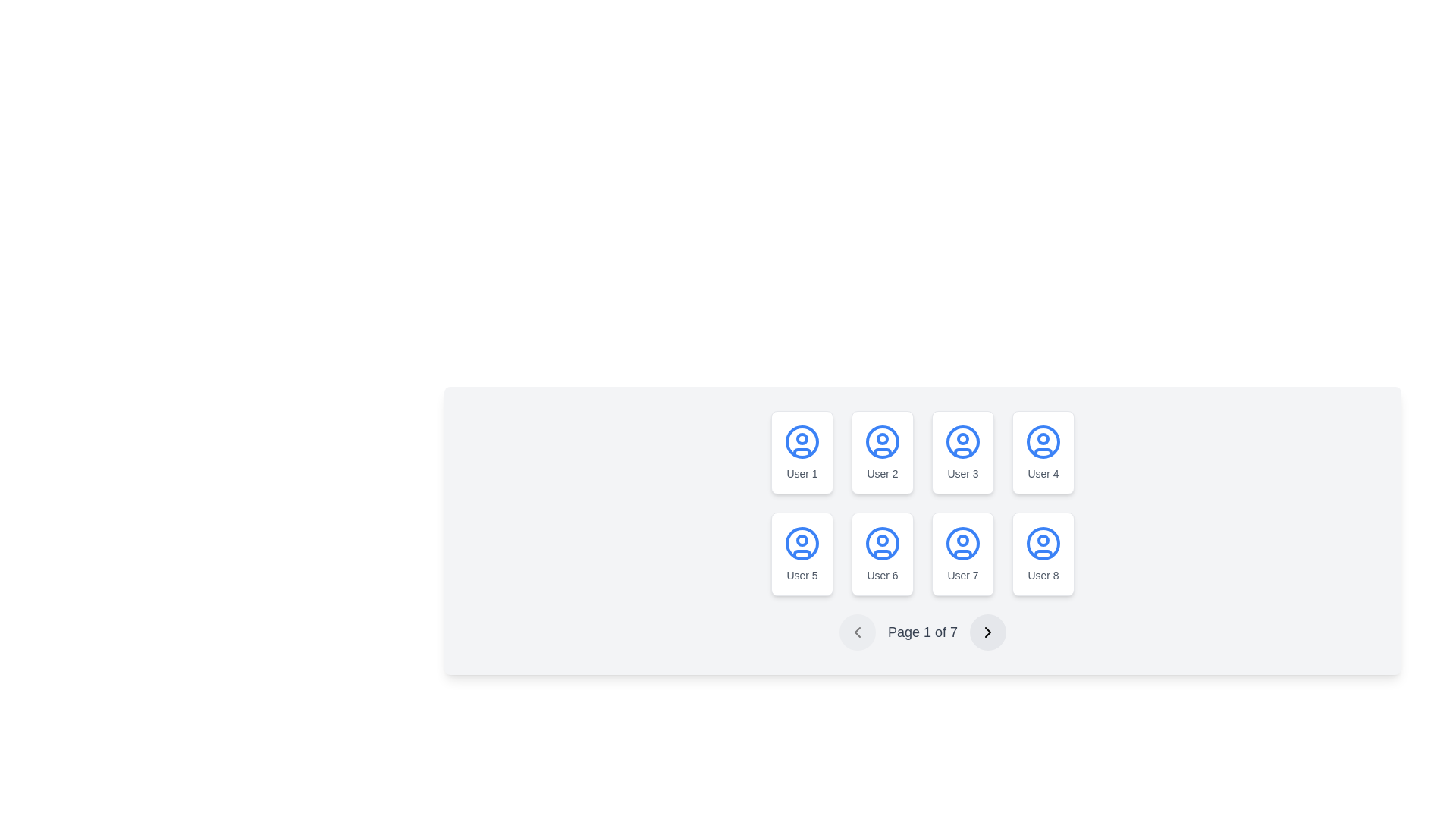 The image size is (1456, 819). What do you see at coordinates (922, 503) in the screenshot?
I see `a user card in the grid layout` at bounding box center [922, 503].